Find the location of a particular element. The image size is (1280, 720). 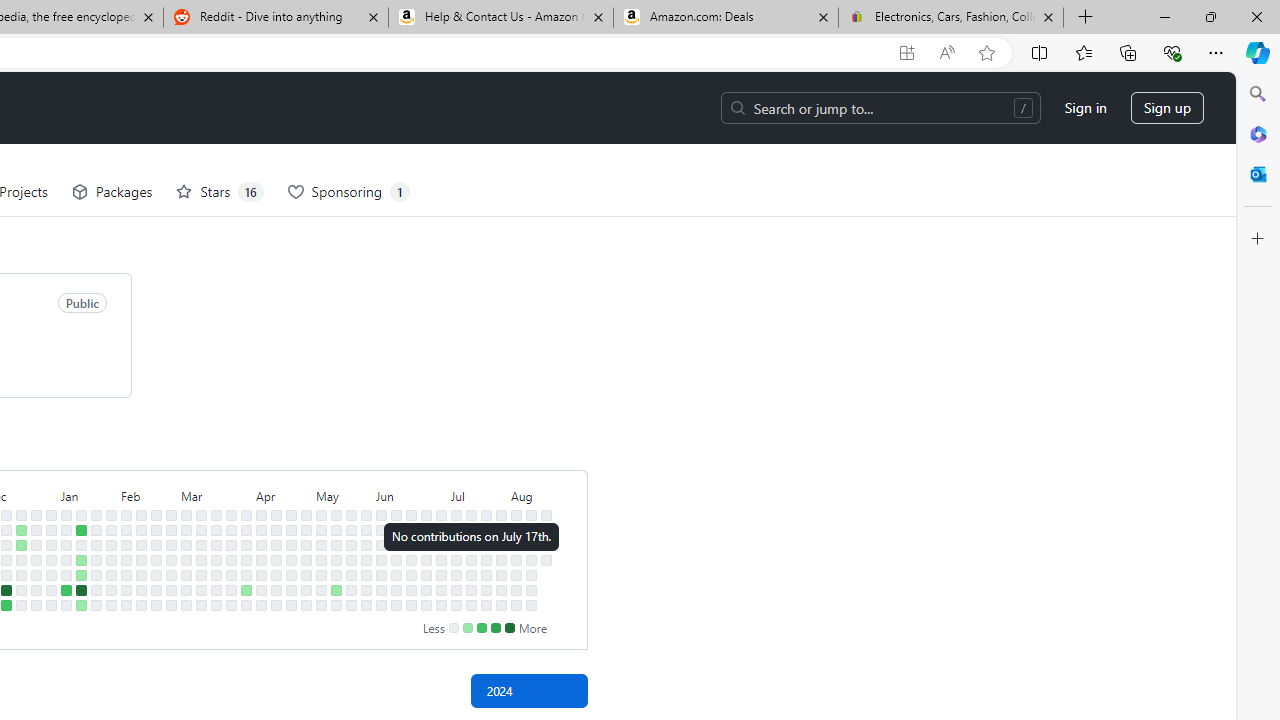

'No contributions on February 20th.' is located at coordinates (155, 545).